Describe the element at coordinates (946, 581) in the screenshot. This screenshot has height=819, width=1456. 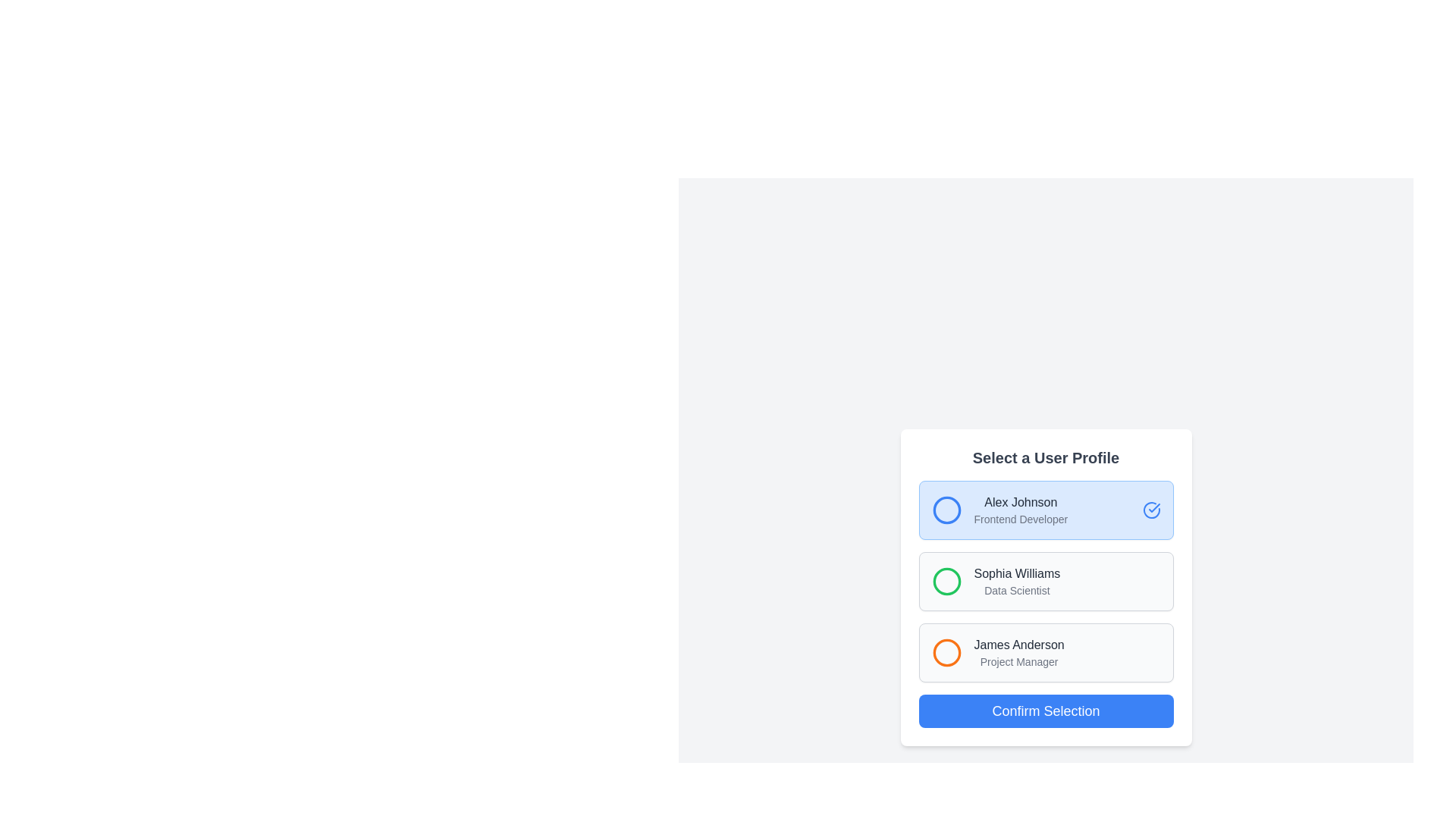
I see `the Circle indicator icon associated with the user profile 'Sophia Williams, Data Scientist', which is positioned to the left of the profile text in the 'Select a User Profile' interface` at that location.